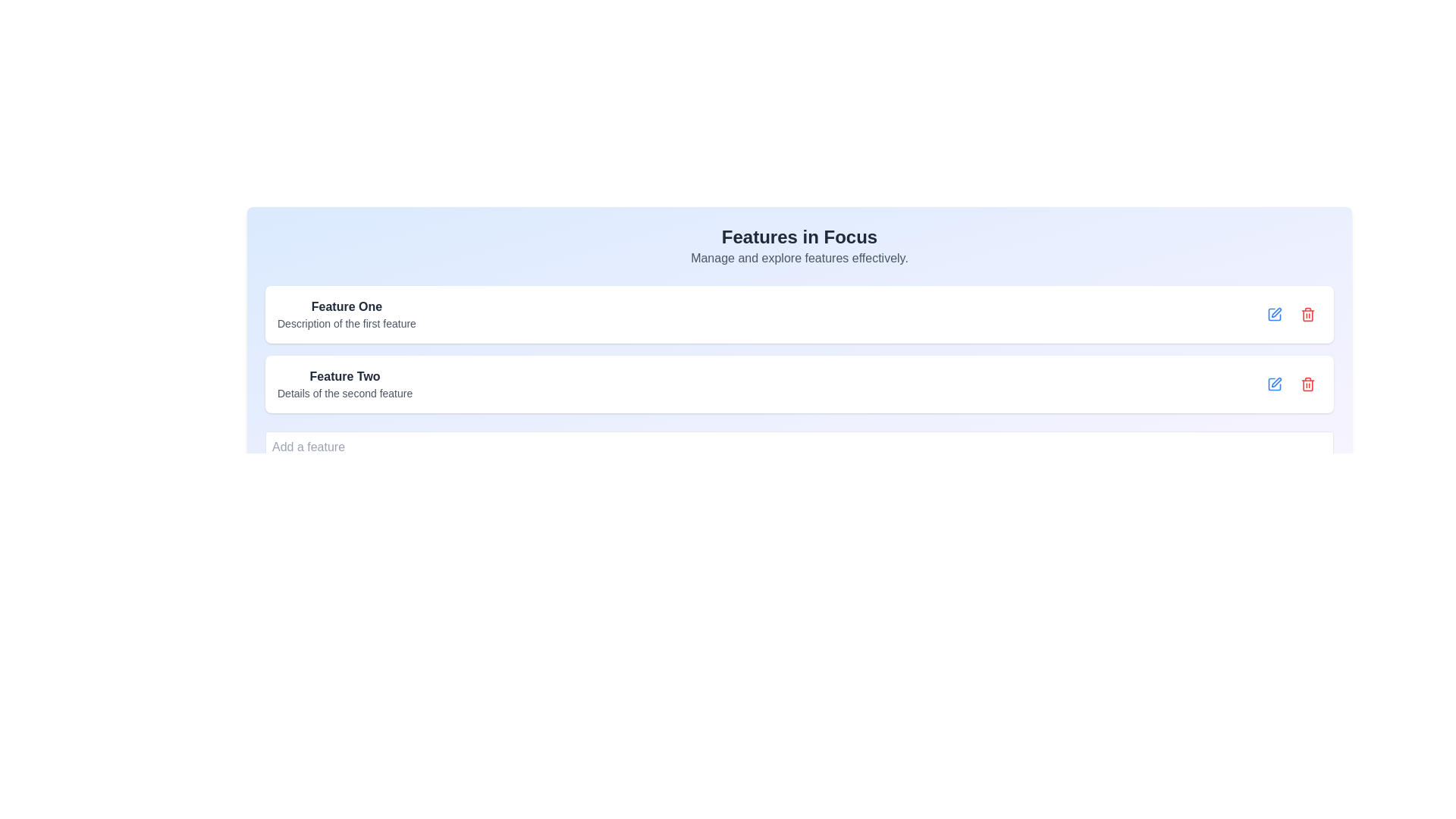  What do you see at coordinates (346, 323) in the screenshot?
I see `the non-interactive text label reading 'Description of the first feature', which is located below the bold title 'Feature One'` at bounding box center [346, 323].